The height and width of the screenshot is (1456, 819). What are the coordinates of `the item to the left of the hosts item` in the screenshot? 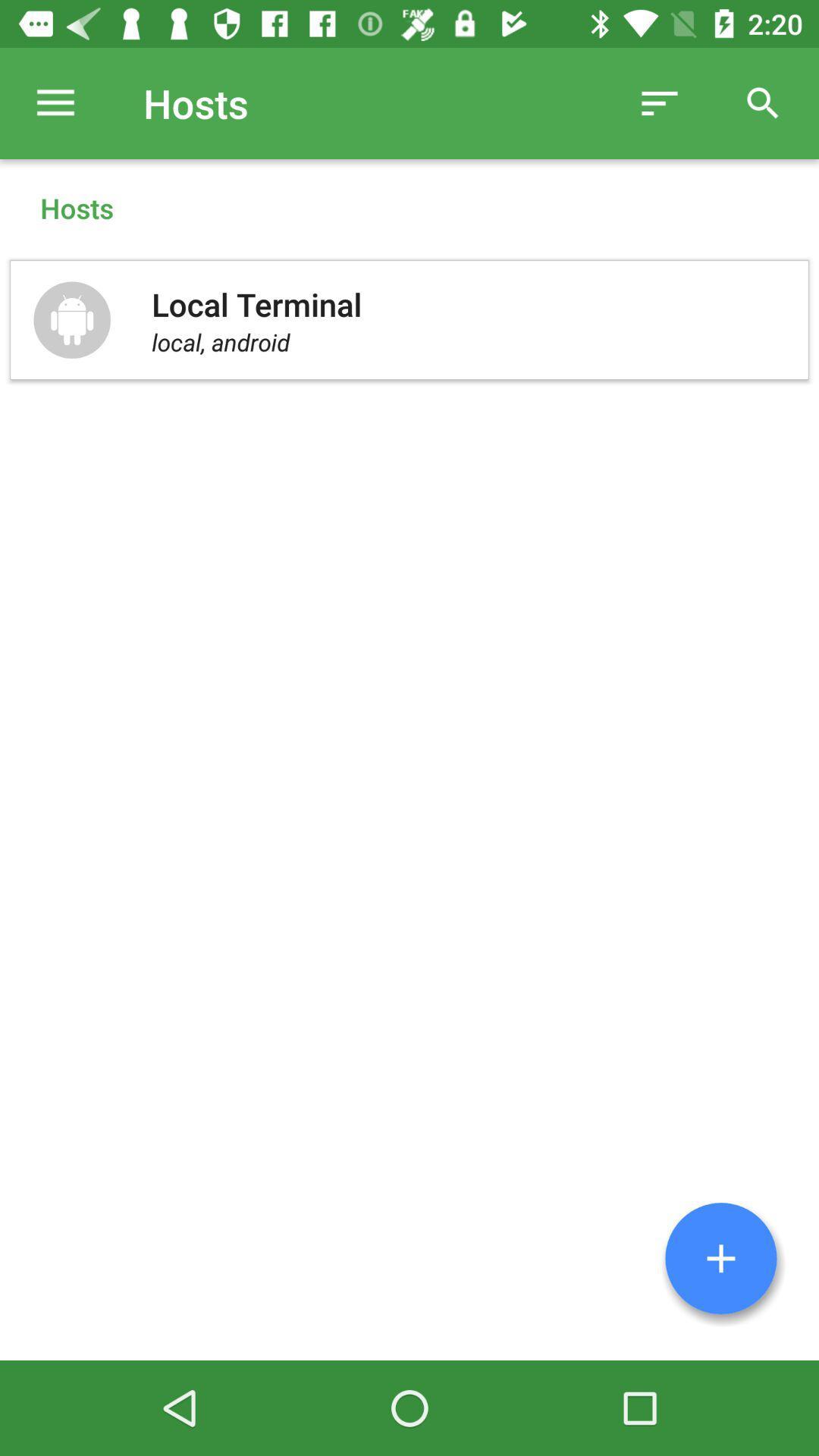 It's located at (55, 102).